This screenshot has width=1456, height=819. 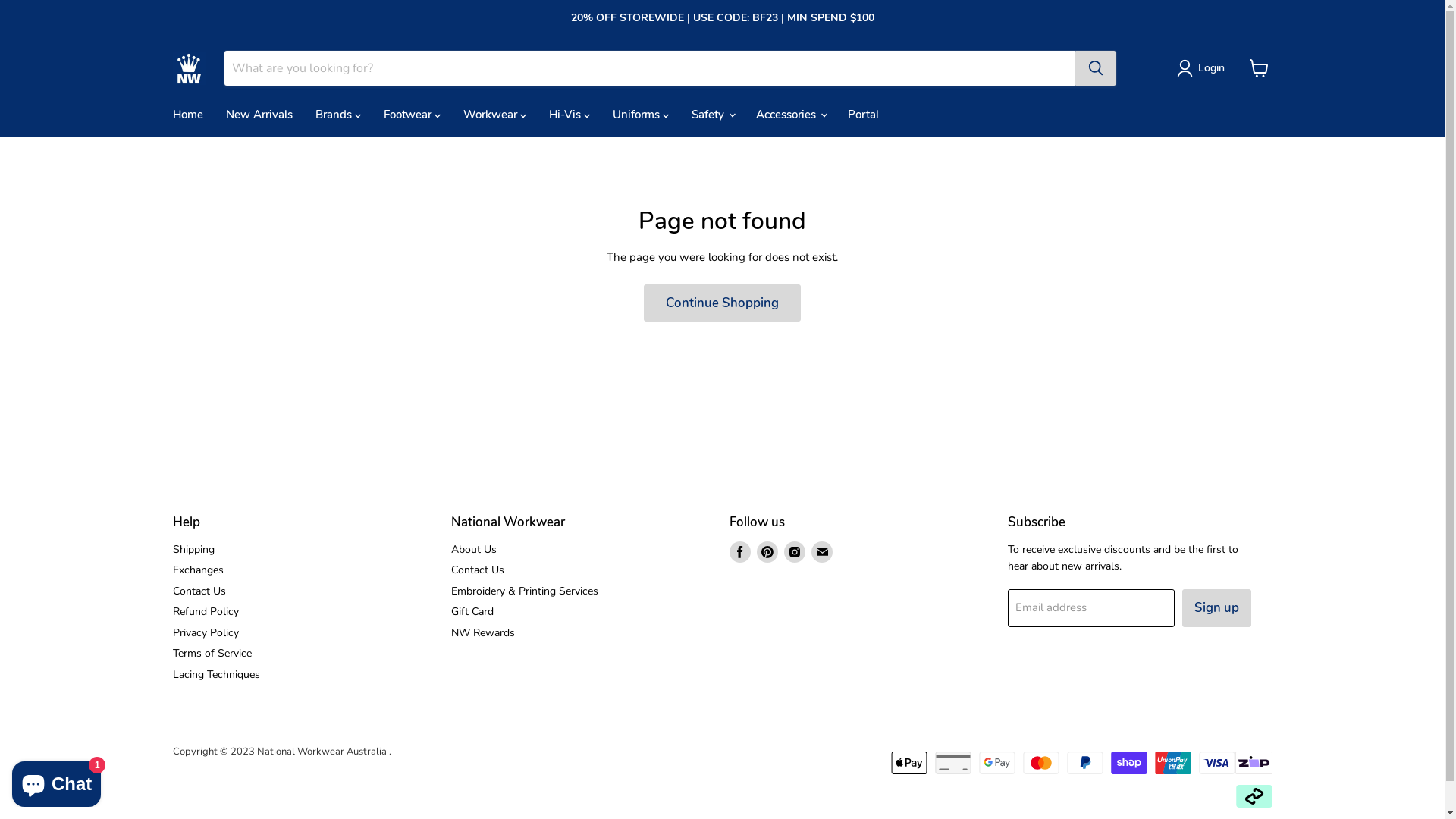 What do you see at coordinates (193, 549) in the screenshot?
I see `'Shipping'` at bounding box center [193, 549].